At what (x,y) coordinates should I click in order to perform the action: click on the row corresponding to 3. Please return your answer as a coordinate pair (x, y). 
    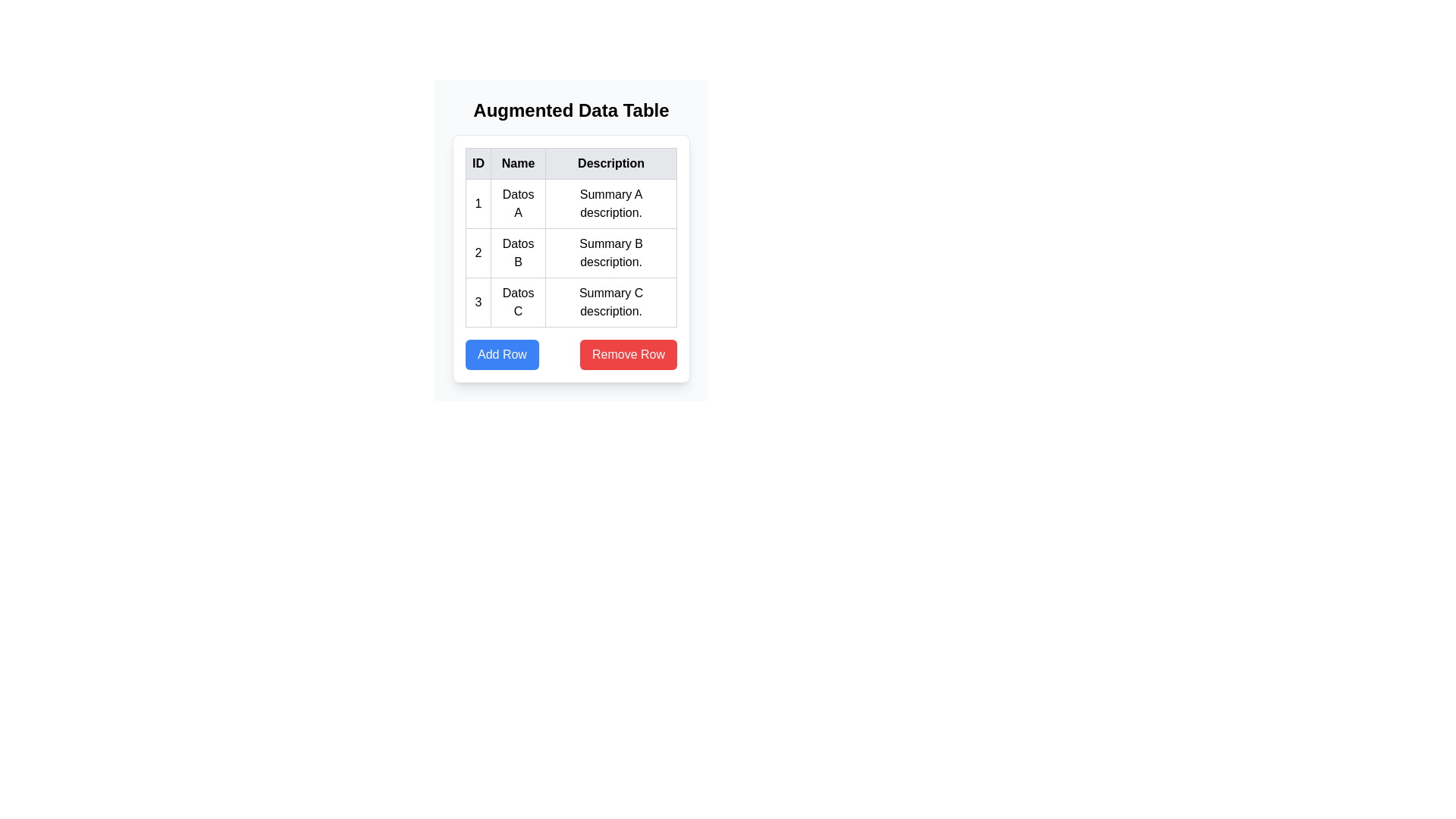
    Looking at the image, I should click on (570, 302).